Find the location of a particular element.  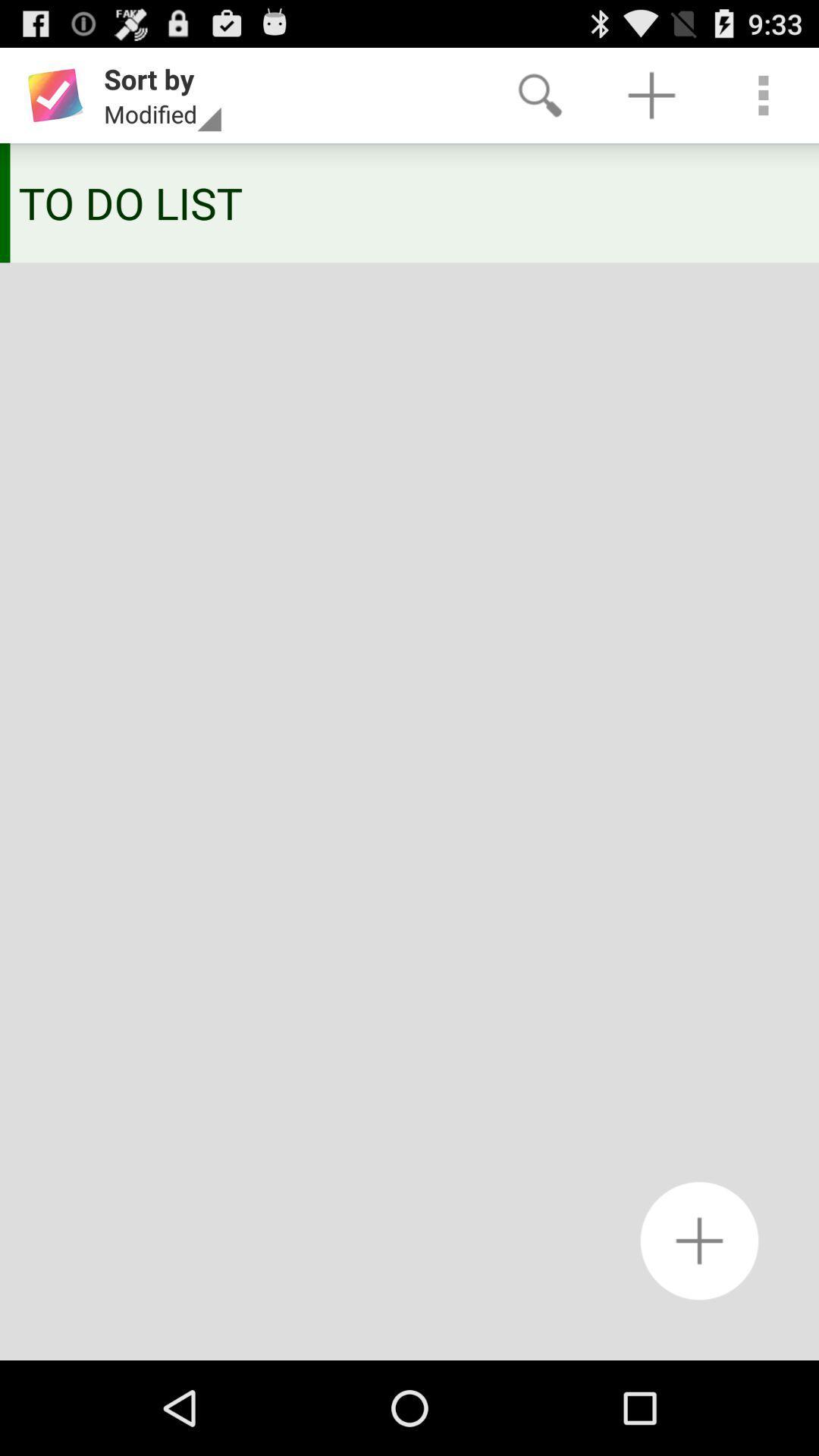

content is located at coordinates (699, 1241).